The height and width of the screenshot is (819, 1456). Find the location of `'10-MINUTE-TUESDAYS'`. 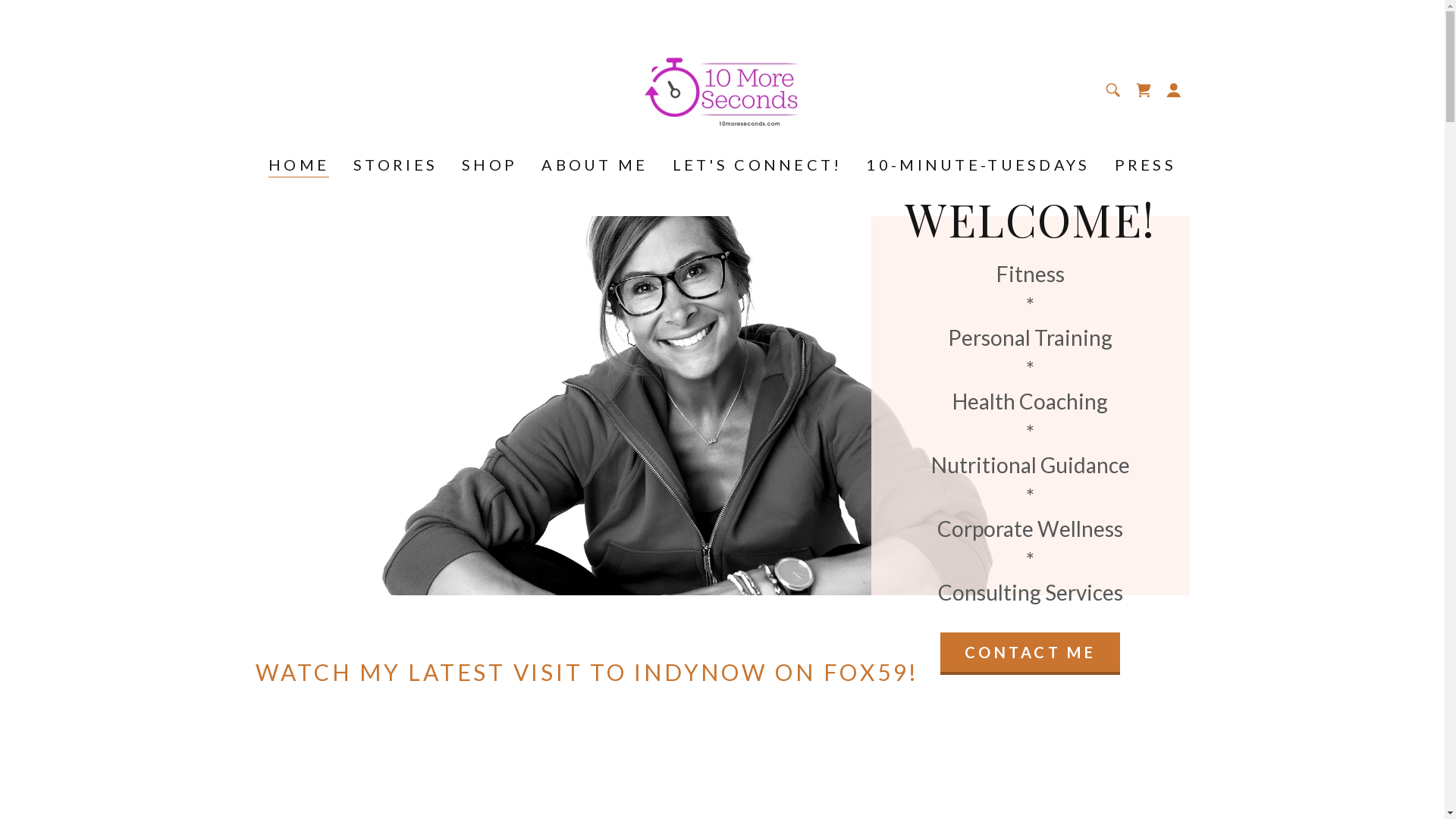

'10-MINUTE-TUESDAYS' is located at coordinates (977, 164).